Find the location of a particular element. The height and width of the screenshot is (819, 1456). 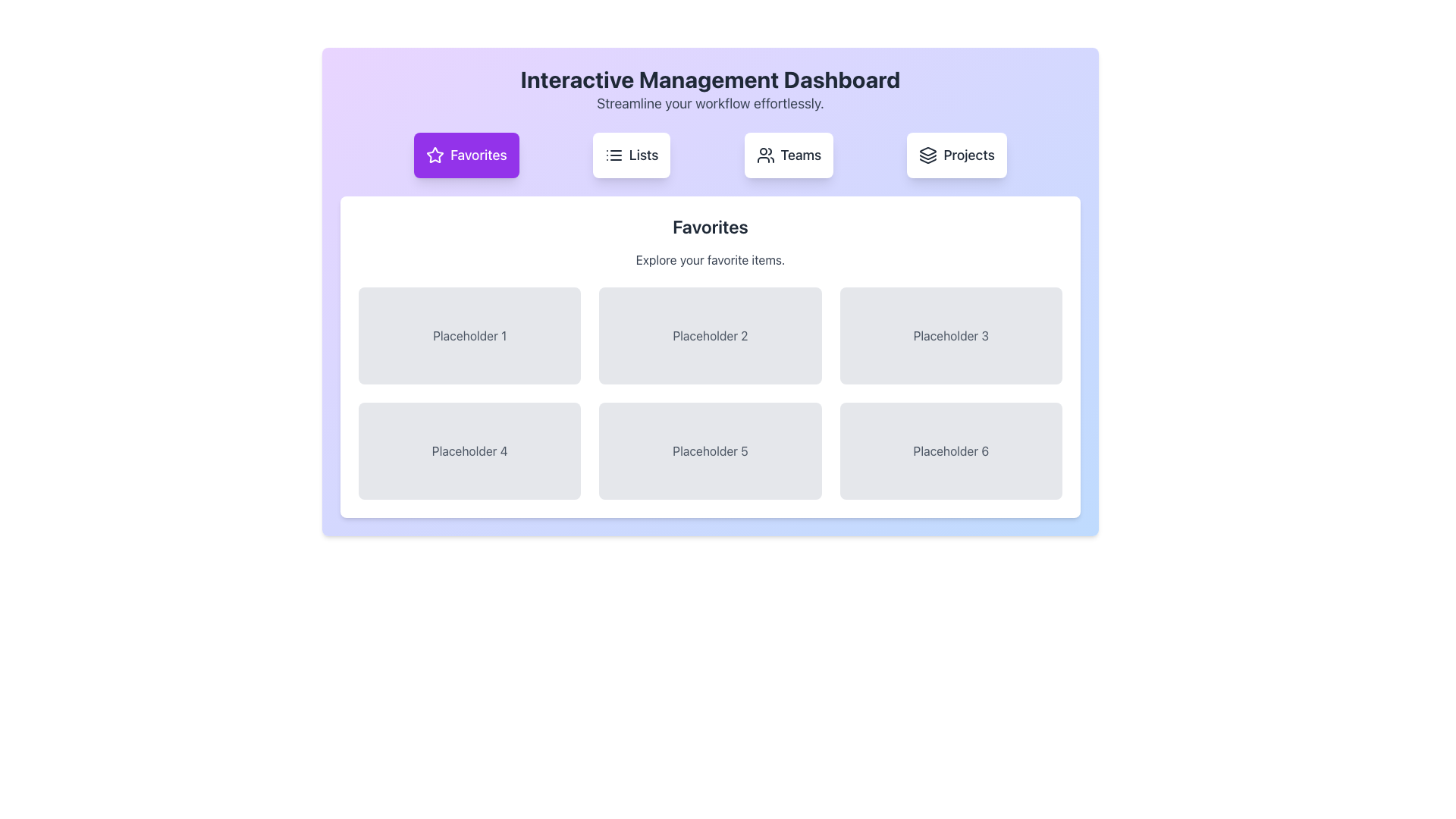

the star icon located inside the purple 'Favorites' button, which has a bold outline and a white fill with a black outline is located at coordinates (435, 155).